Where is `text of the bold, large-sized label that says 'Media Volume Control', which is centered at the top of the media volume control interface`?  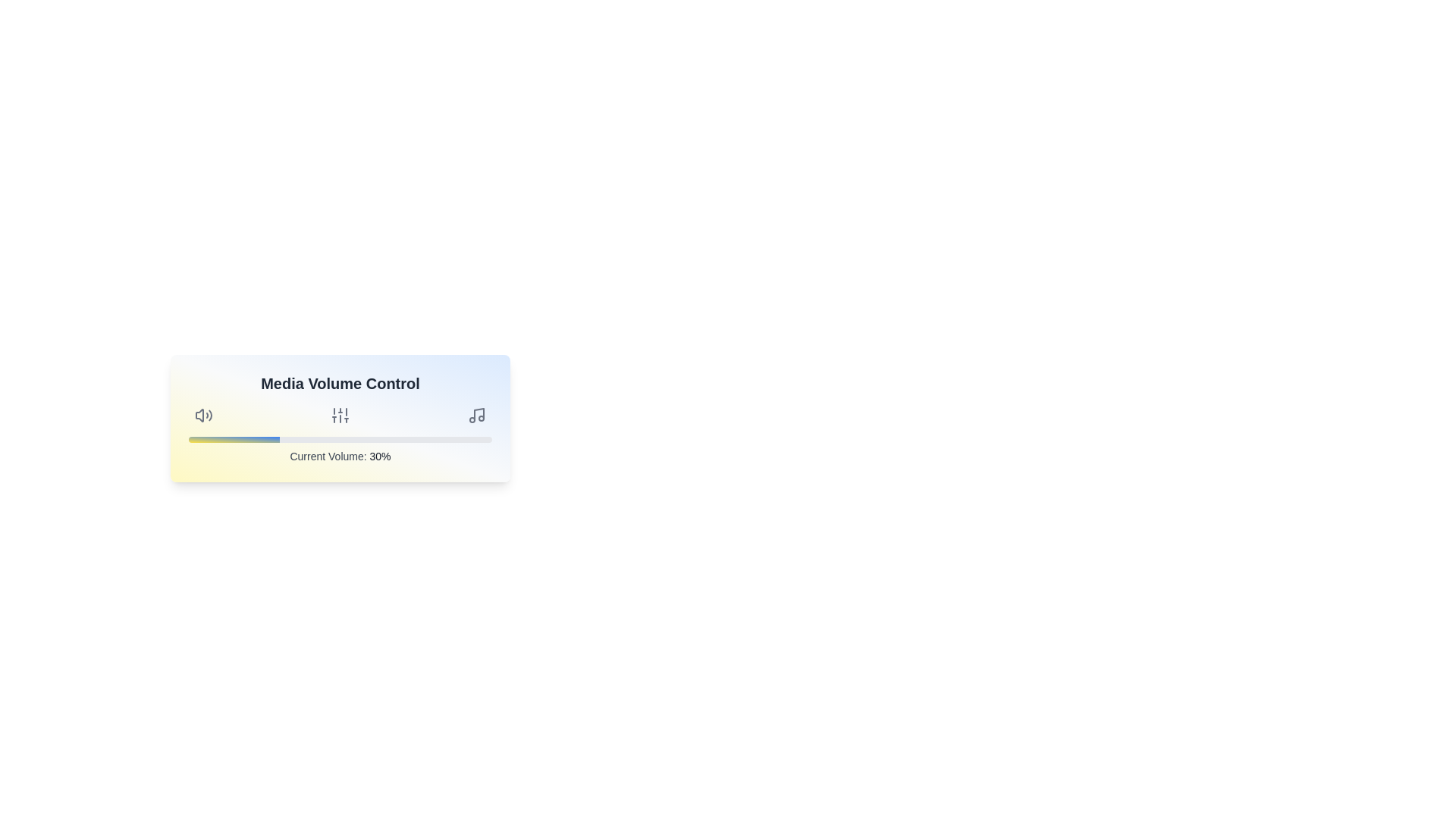
text of the bold, large-sized label that says 'Media Volume Control', which is centered at the top of the media volume control interface is located at coordinates (340, 382).